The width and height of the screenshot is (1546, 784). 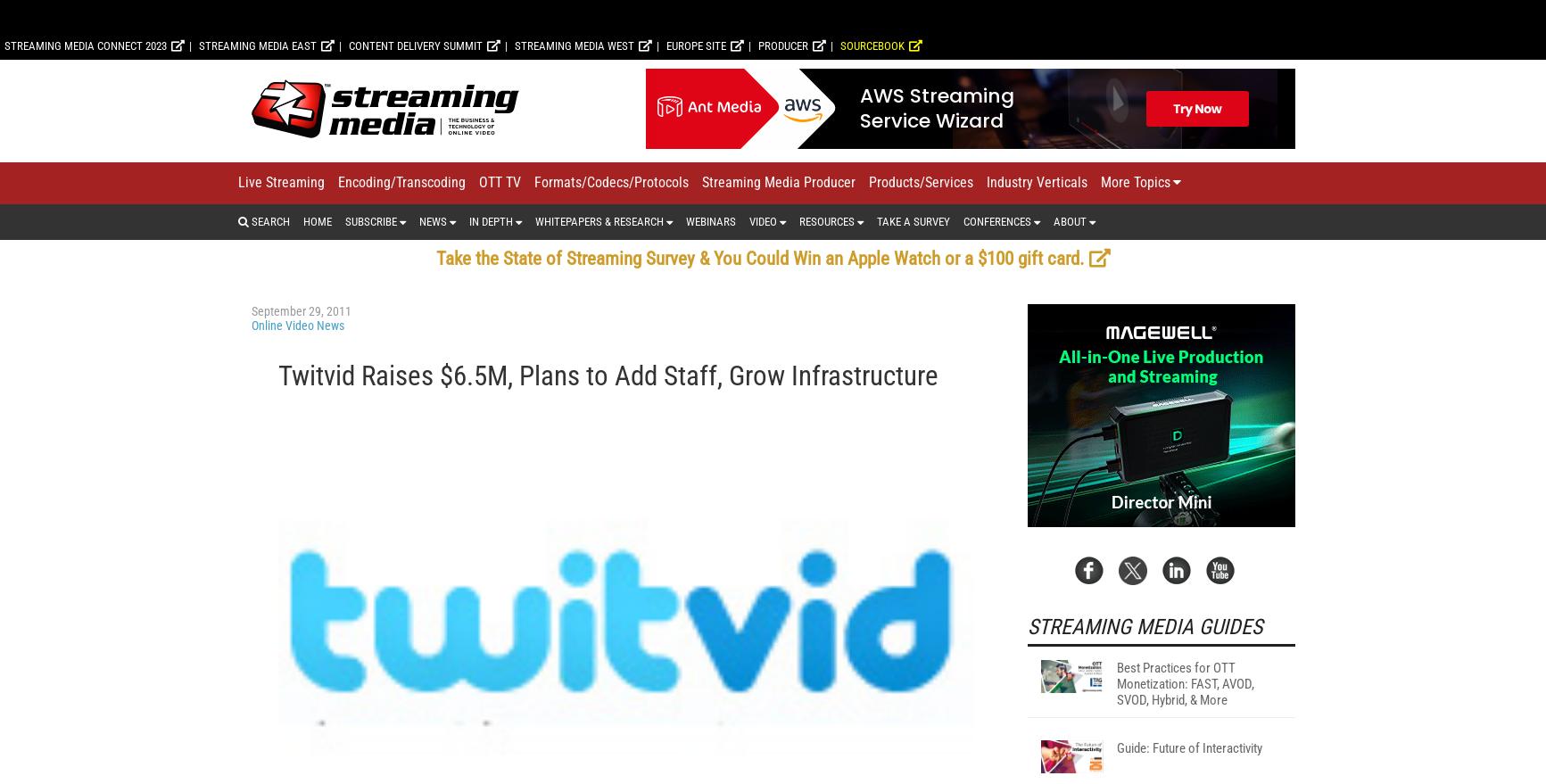 I want to click on 'Take the State of Streaming Survey & You Could Win an Apple Watch or a $100 gift card.', so click(x=759, y=492).